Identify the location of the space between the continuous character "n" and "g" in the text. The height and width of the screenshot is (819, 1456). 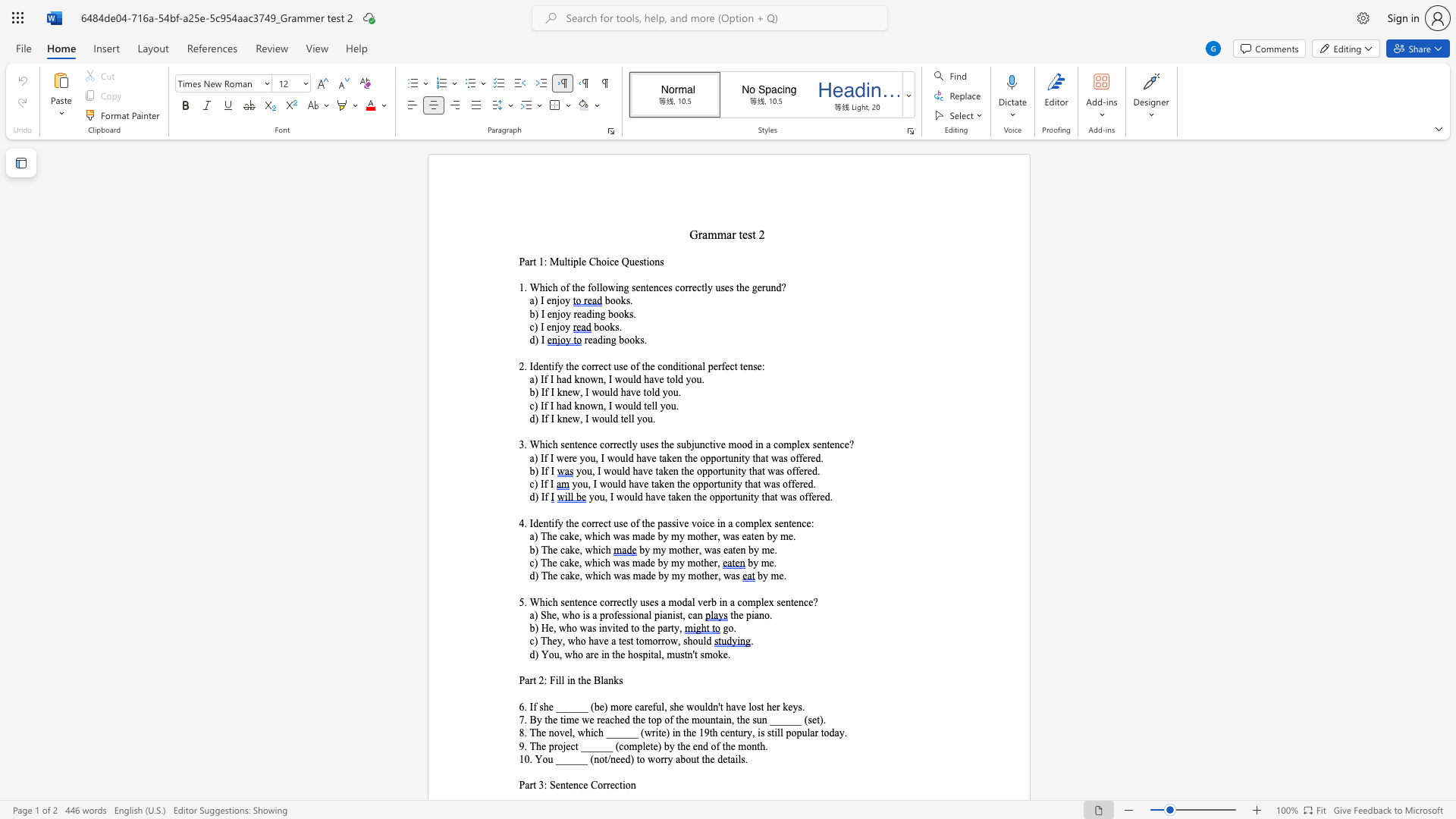
(610, 339).